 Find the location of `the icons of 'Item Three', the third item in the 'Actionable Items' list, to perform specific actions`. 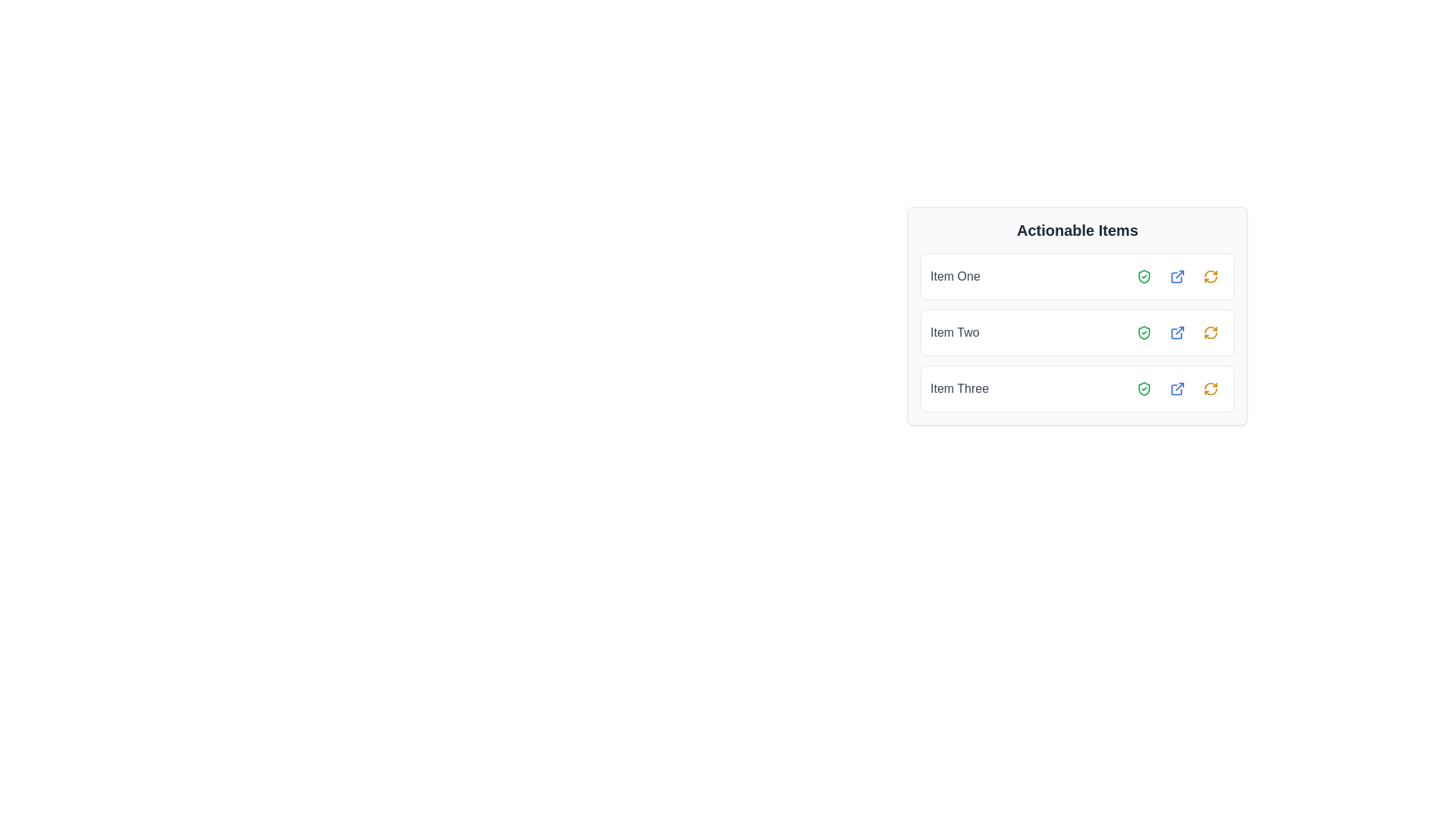

the icons of 'Item Three', the third item in the 'Actionable Items' list, to perform specific actions is located at coordinates (1076, 388).